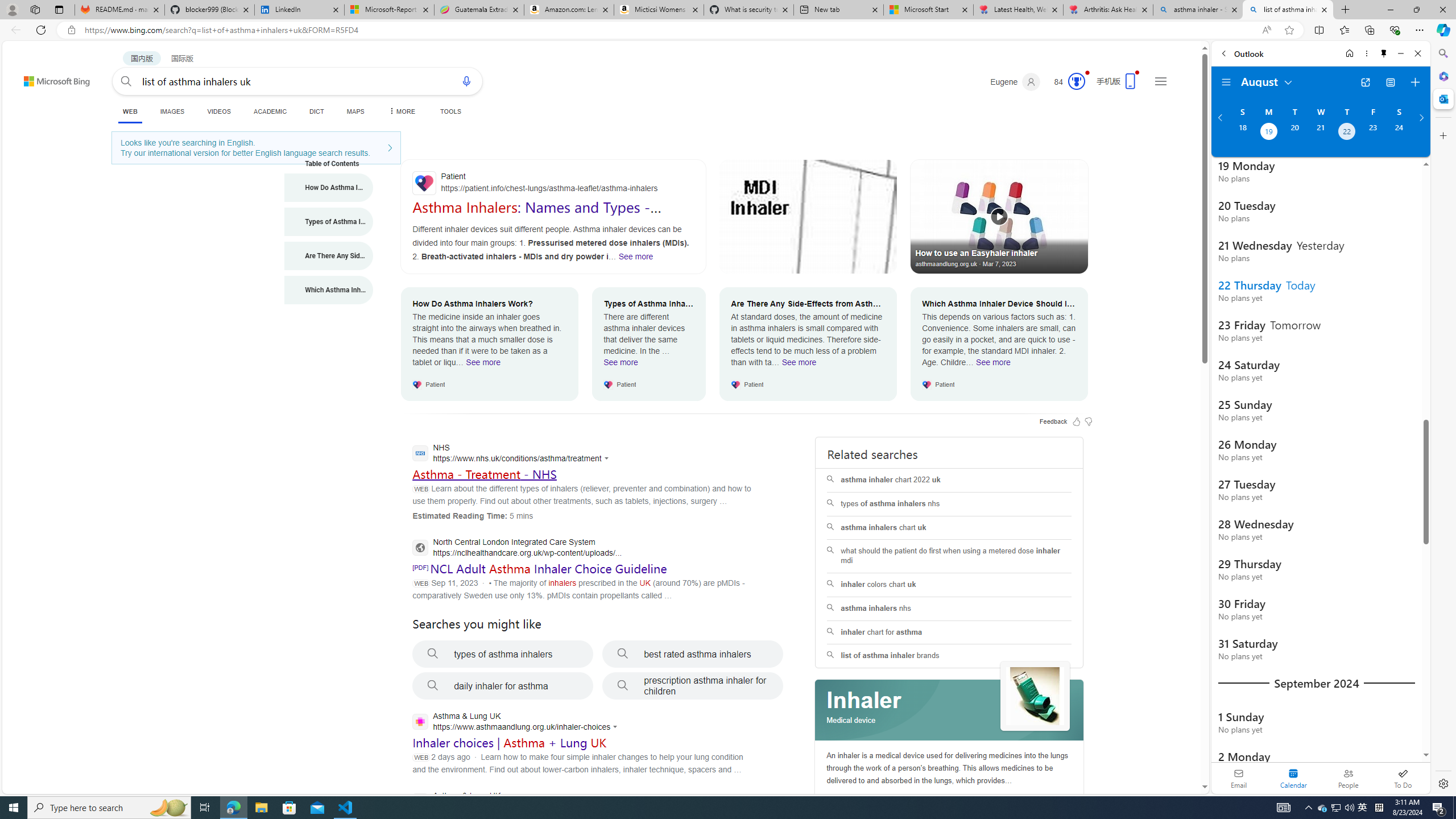 This screenshot has width=1456, height=819. I want to click on 'Arthritis: Ask Health Professionals', so click(1108, 9).